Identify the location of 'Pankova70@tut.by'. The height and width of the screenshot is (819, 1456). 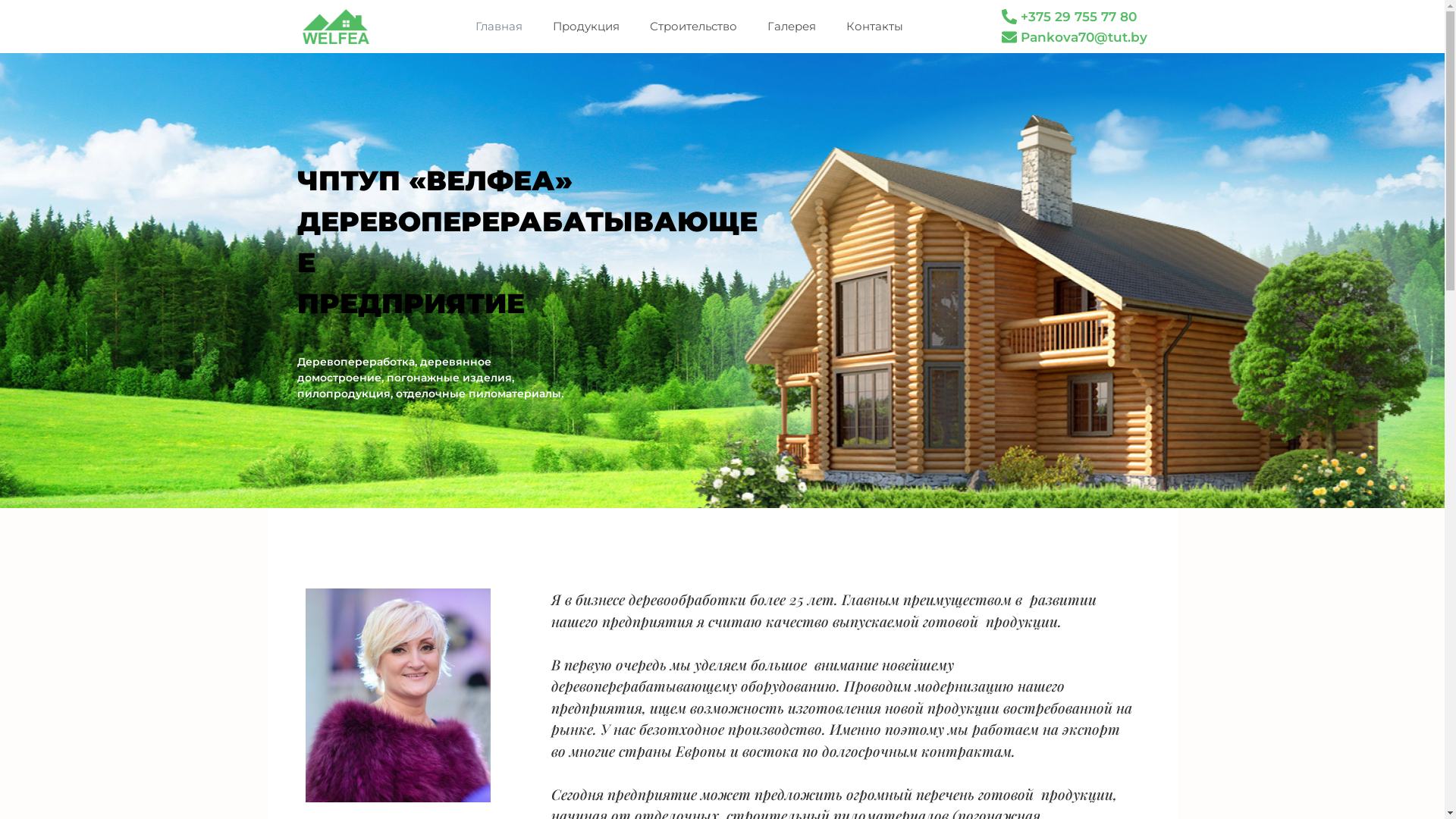
(1075, 36).